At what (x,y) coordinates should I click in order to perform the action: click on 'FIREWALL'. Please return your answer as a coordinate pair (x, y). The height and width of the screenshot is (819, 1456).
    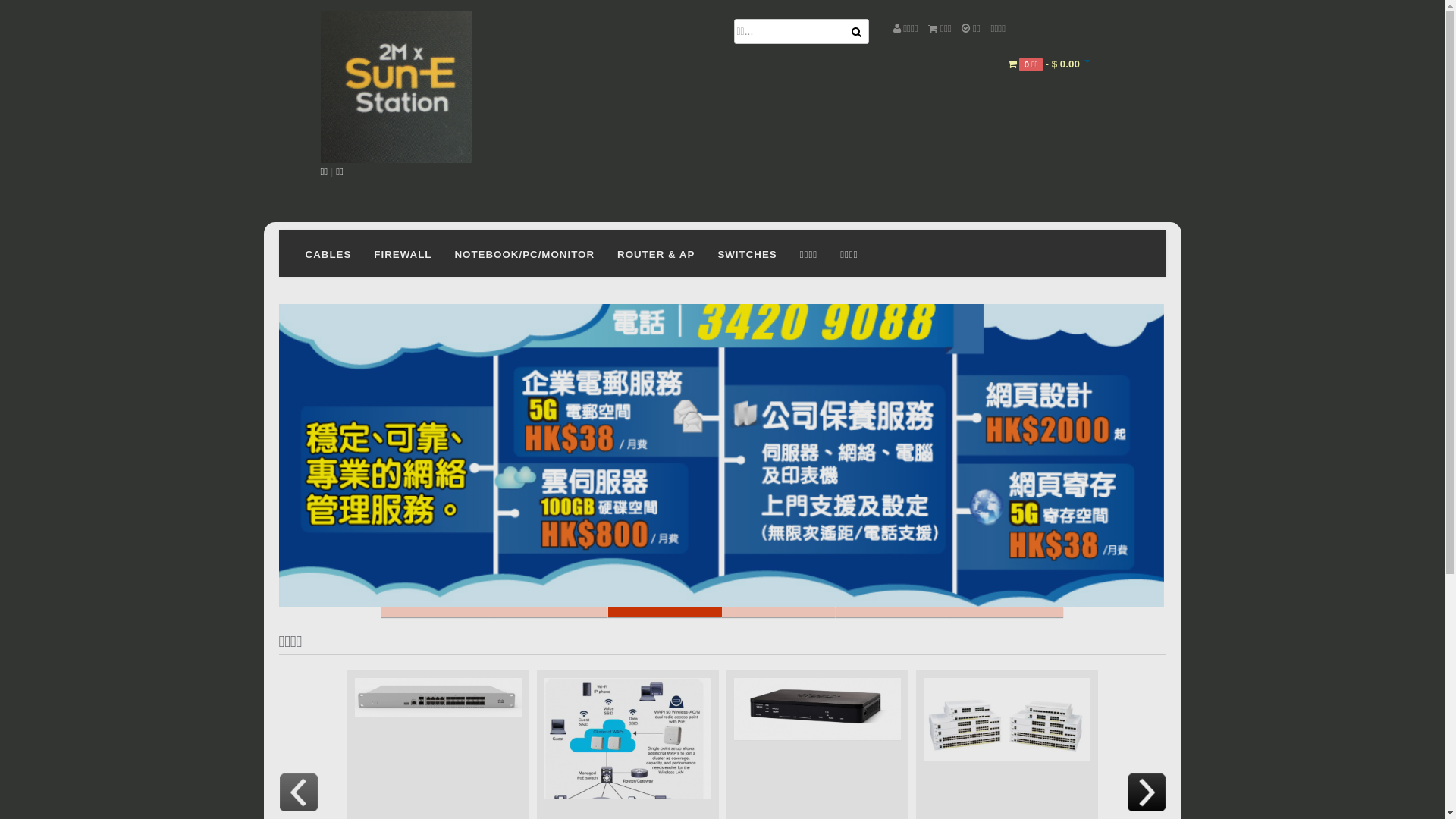
    Looking at the image, I should click on (403, 253).